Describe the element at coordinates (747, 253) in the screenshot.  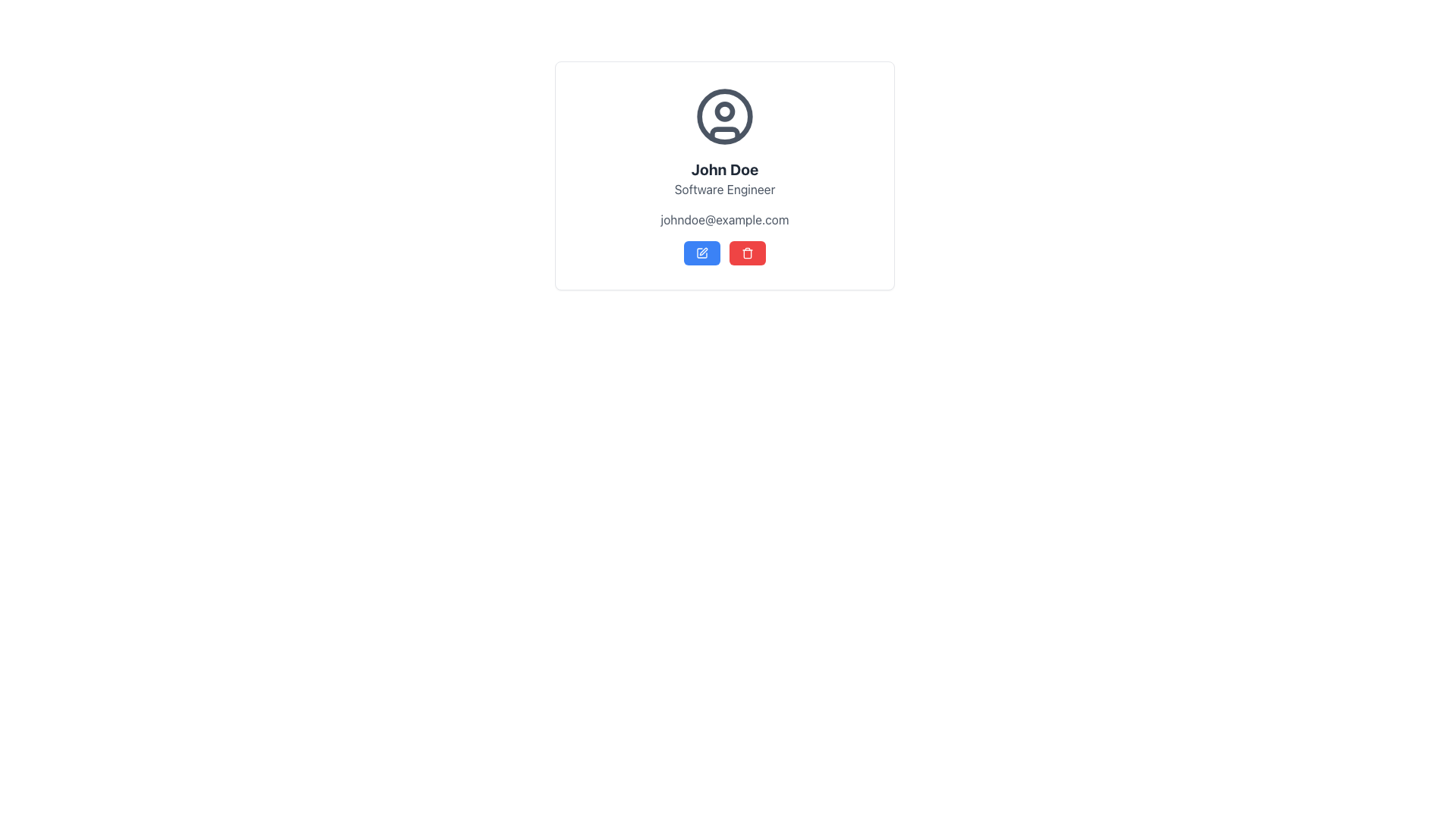
I see `the red button with a trash can icon located to the right of the blue pencil button, positioned below 'johndoe@example.com'` at that location.